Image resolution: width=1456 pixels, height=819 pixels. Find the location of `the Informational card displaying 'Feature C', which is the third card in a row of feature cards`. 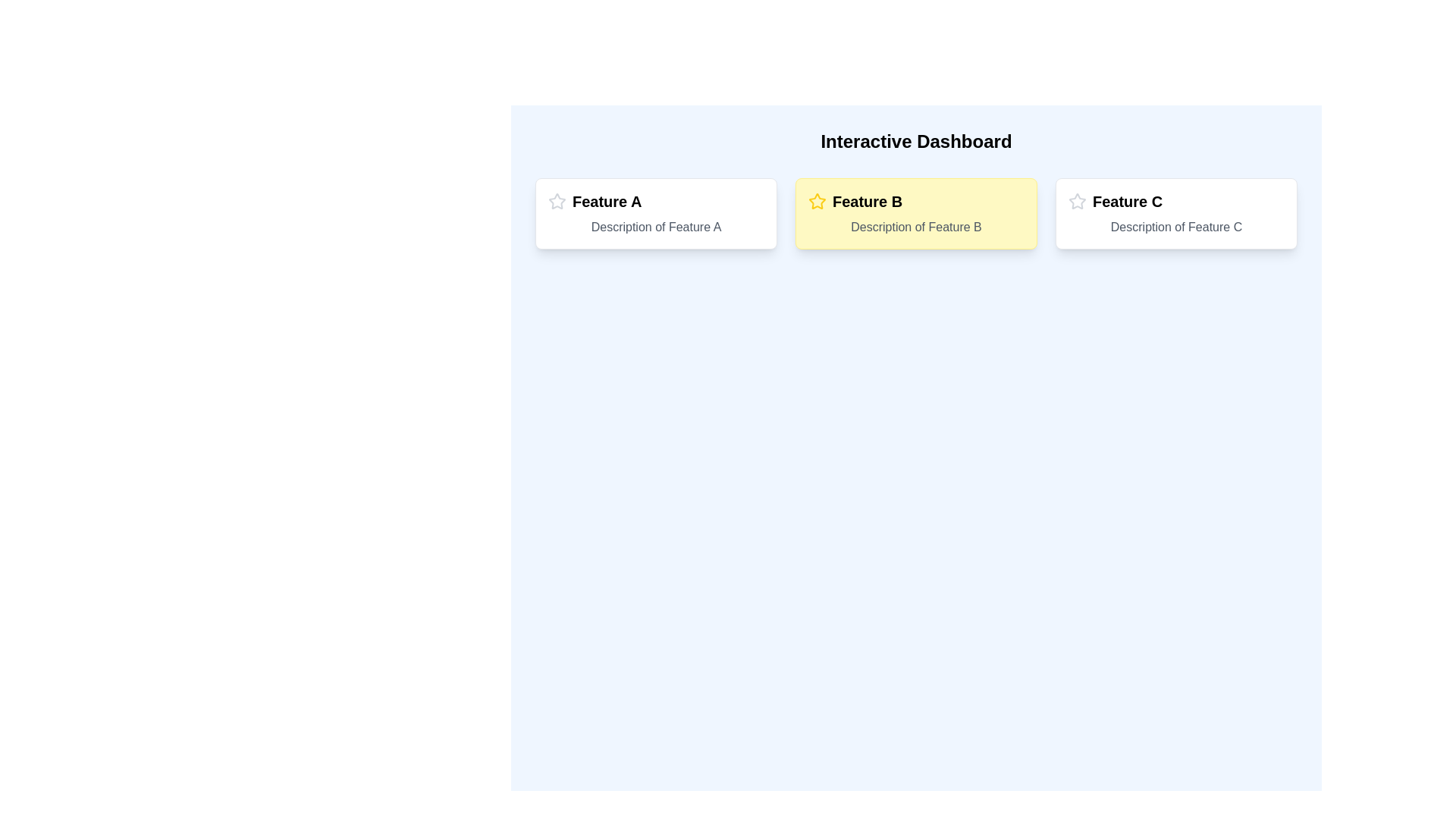

the Informational card displaying 'Feature C', which is the third card in a row of feature cards is located at coordinates (1175, 213).